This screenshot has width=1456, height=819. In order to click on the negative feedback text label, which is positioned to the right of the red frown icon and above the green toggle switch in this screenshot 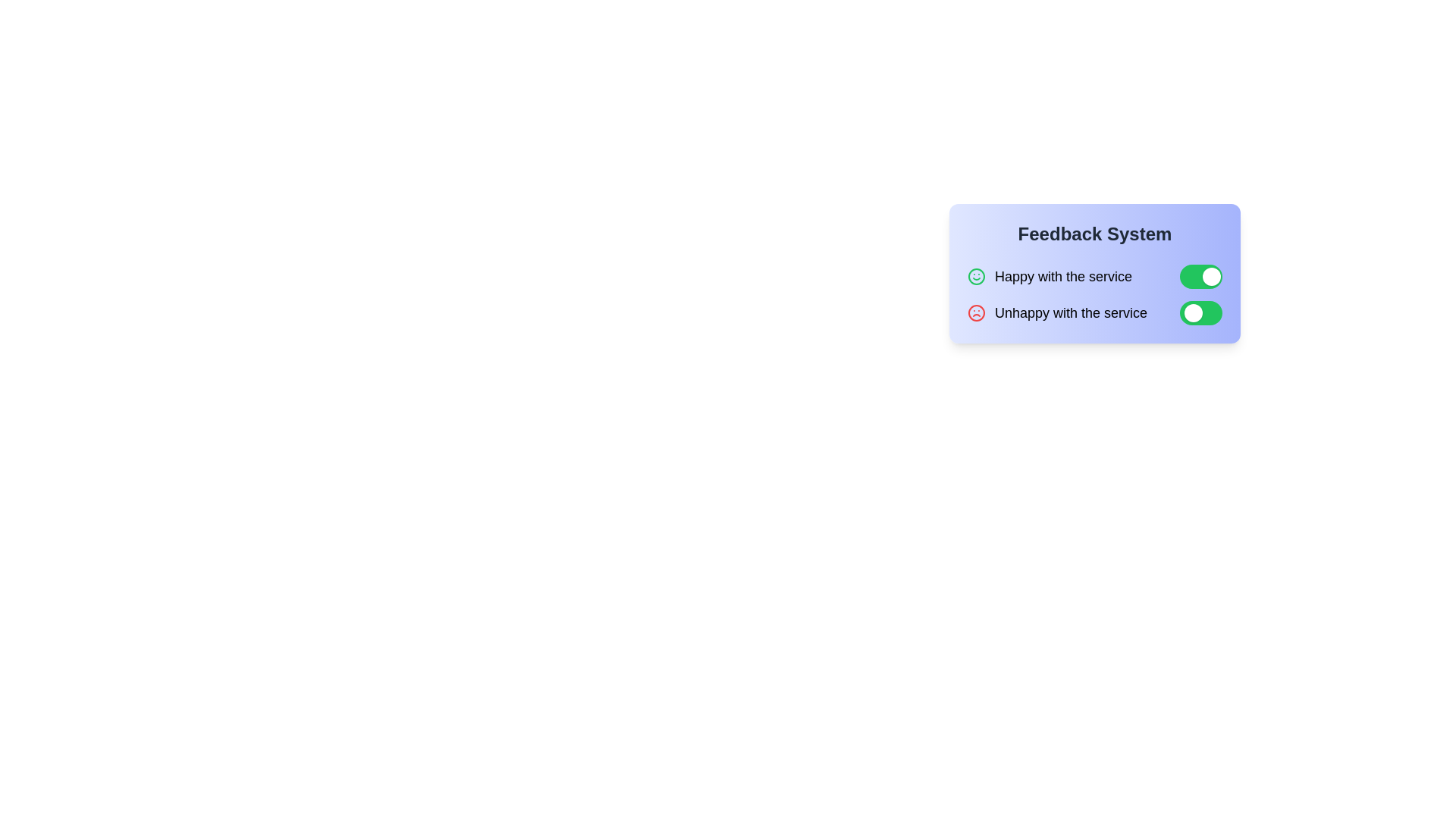, I will do `click(1070, 312)`.